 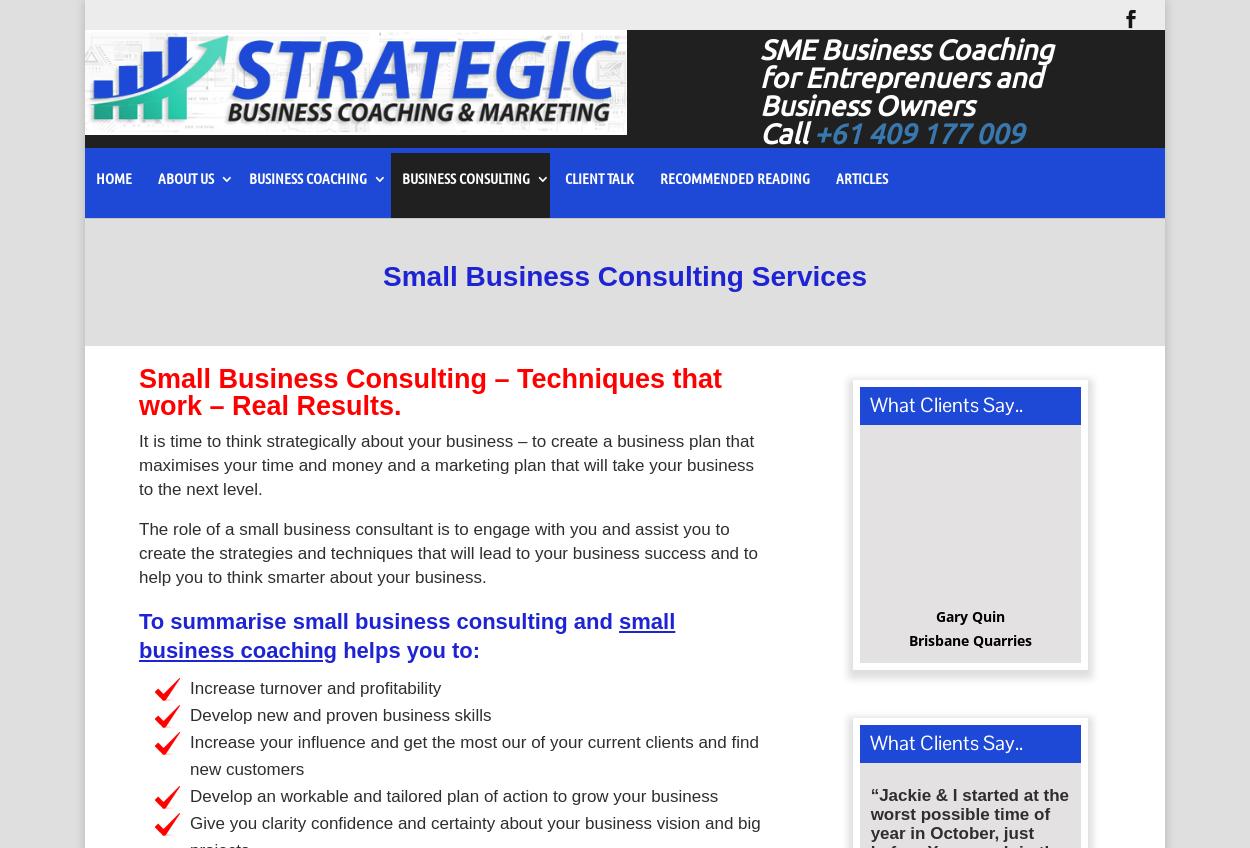 What do you see at coordinates (379, 627) in the screenshot?
I see `'To summarise small business consulting and'` at bounding box center [379, 627].